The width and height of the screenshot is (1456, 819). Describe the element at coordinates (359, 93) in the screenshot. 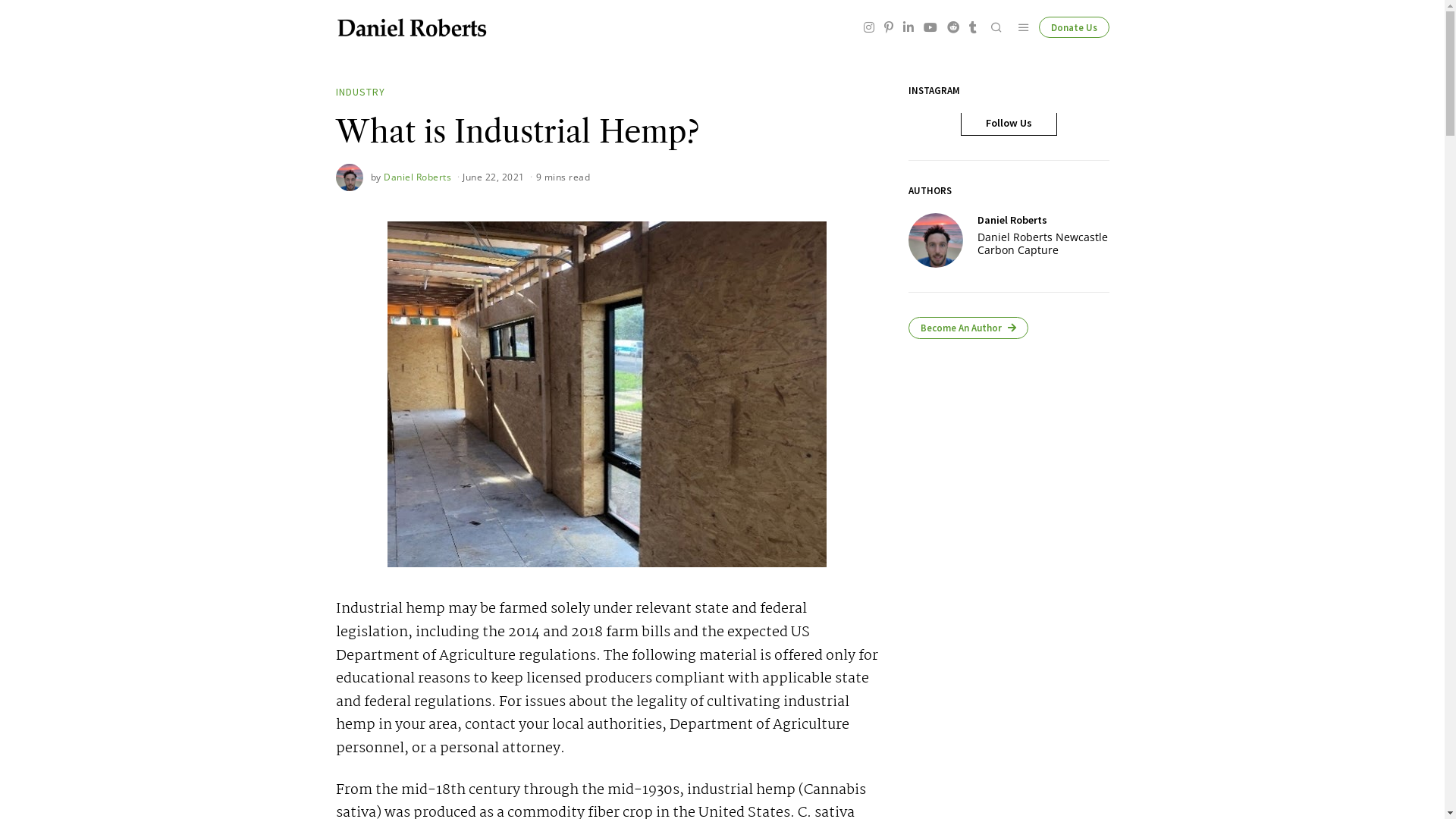

I see `'INDUSTRY'` at that location.